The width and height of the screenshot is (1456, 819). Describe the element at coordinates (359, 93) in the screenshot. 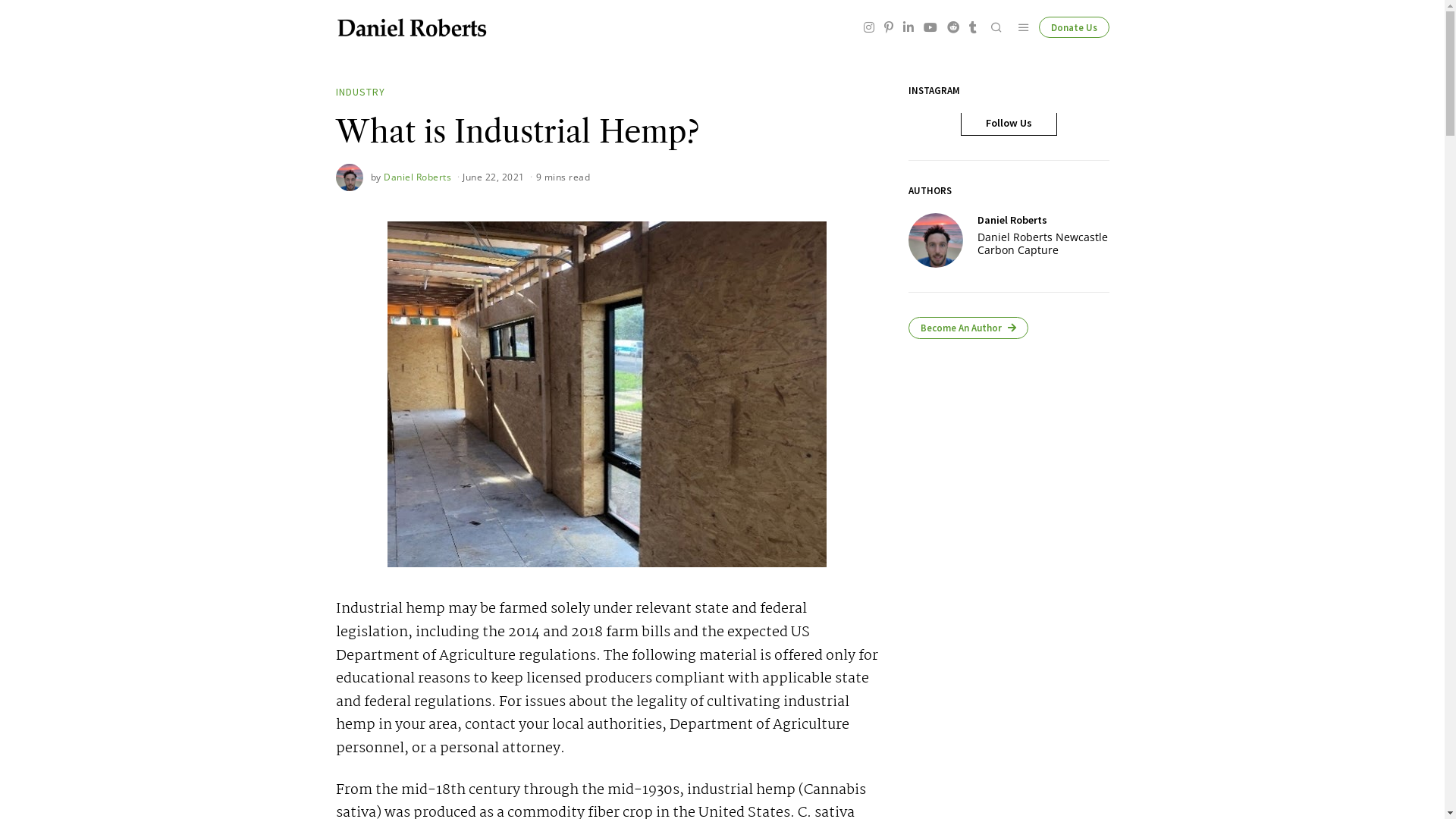

I see `'INDUSTRY'` at that location.